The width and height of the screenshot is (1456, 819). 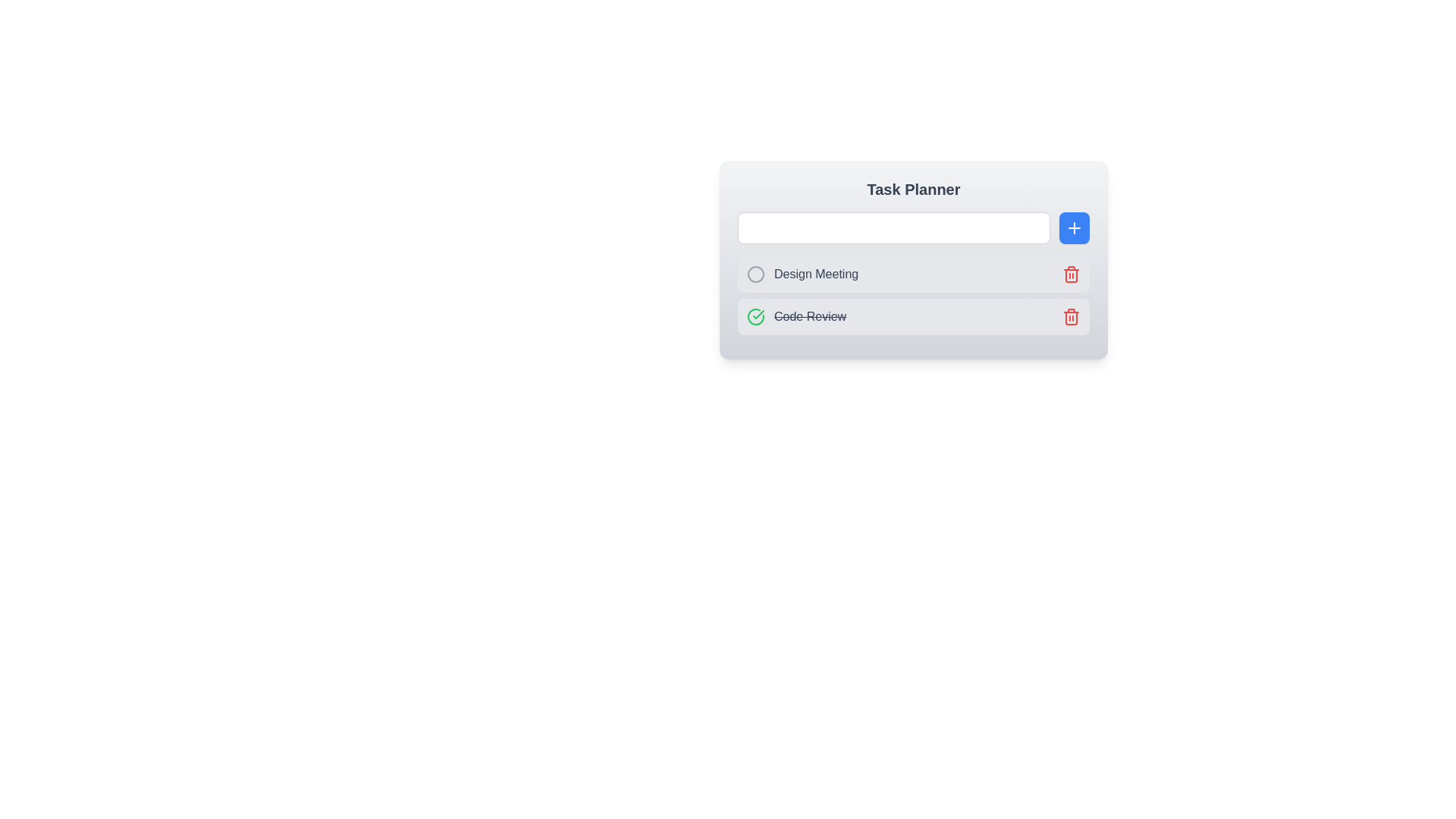 What do you see at coordinates (758, 314) in the screenshot?
I see `the green circular checkmark icon that visually signifies the completion of the 'Code Review' task` at bounding box center [758, 314].